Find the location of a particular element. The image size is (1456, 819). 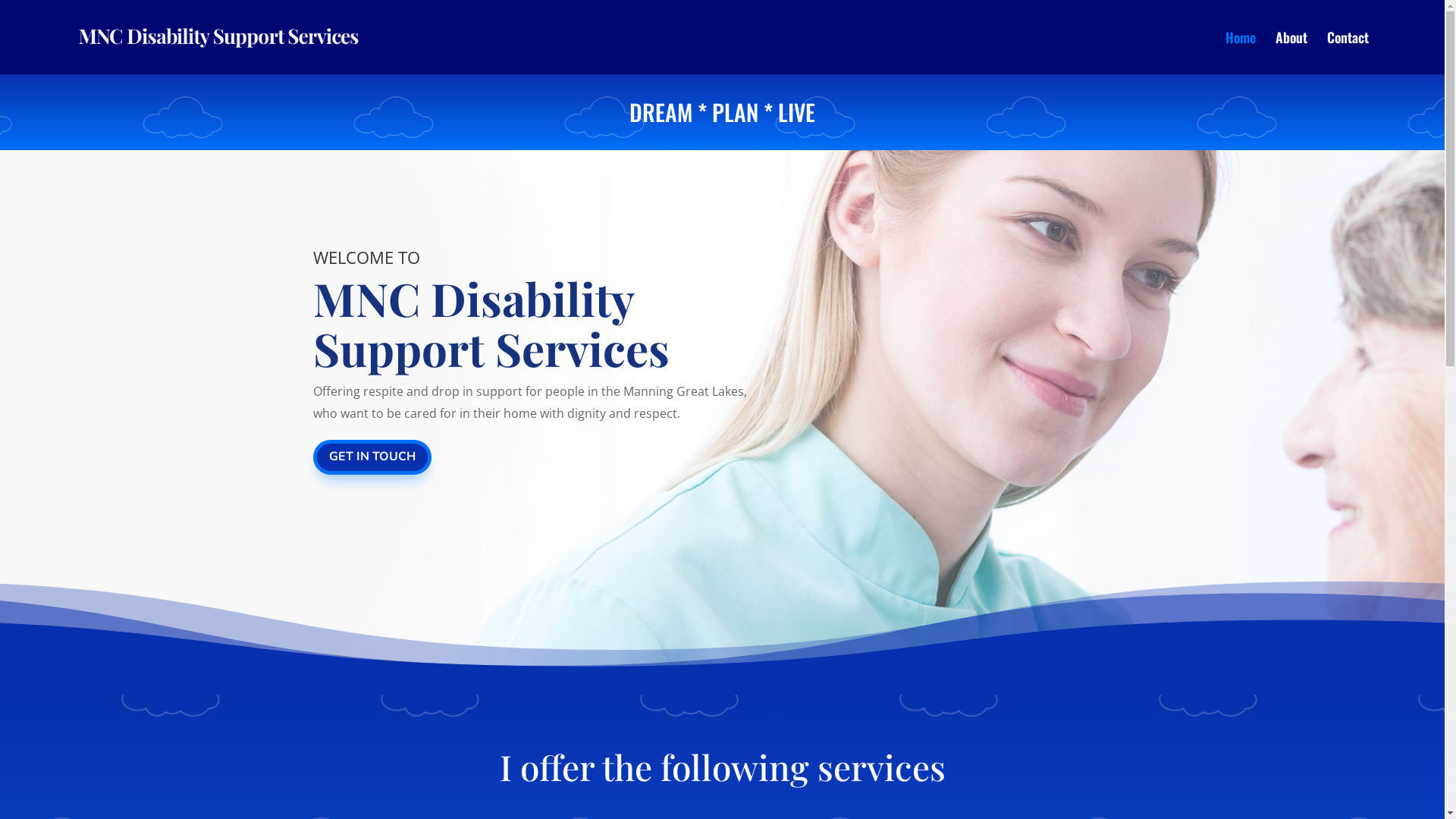

'Home' is located at coordinates (1241, 52).